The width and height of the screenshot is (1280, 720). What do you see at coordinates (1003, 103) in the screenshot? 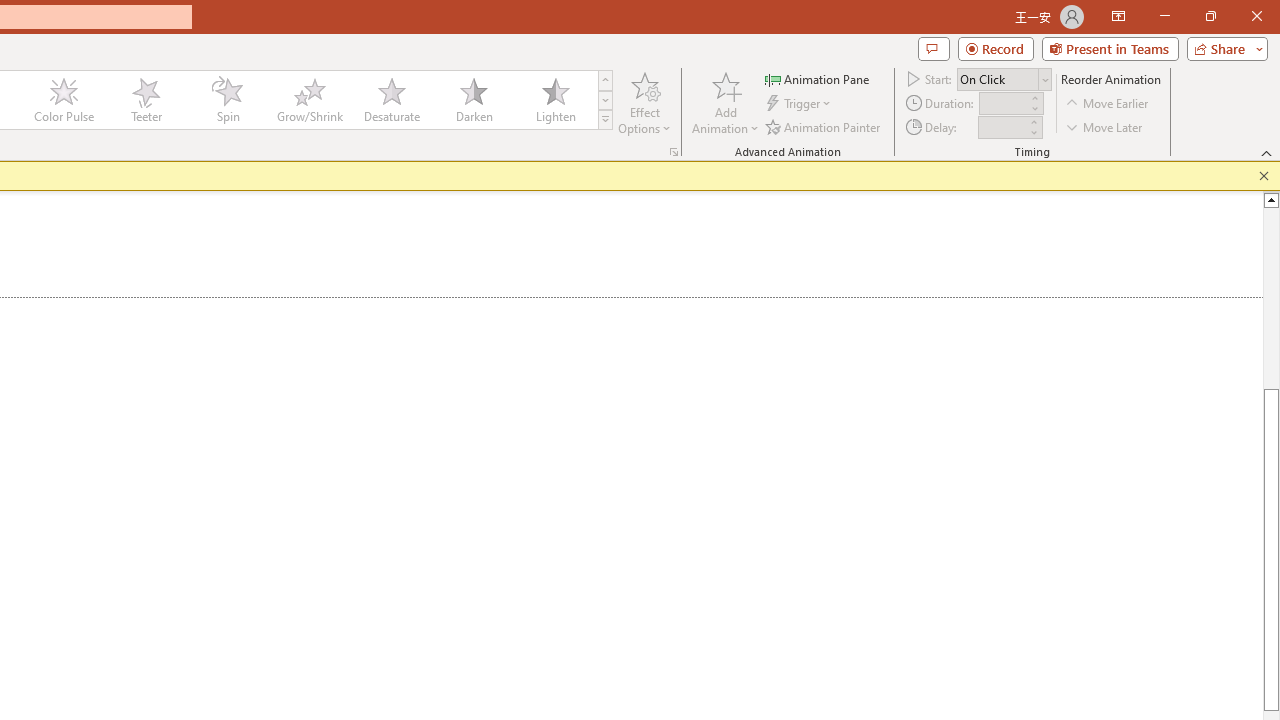
I see `'Animation Duration'` at bounding box center [1003, 103].